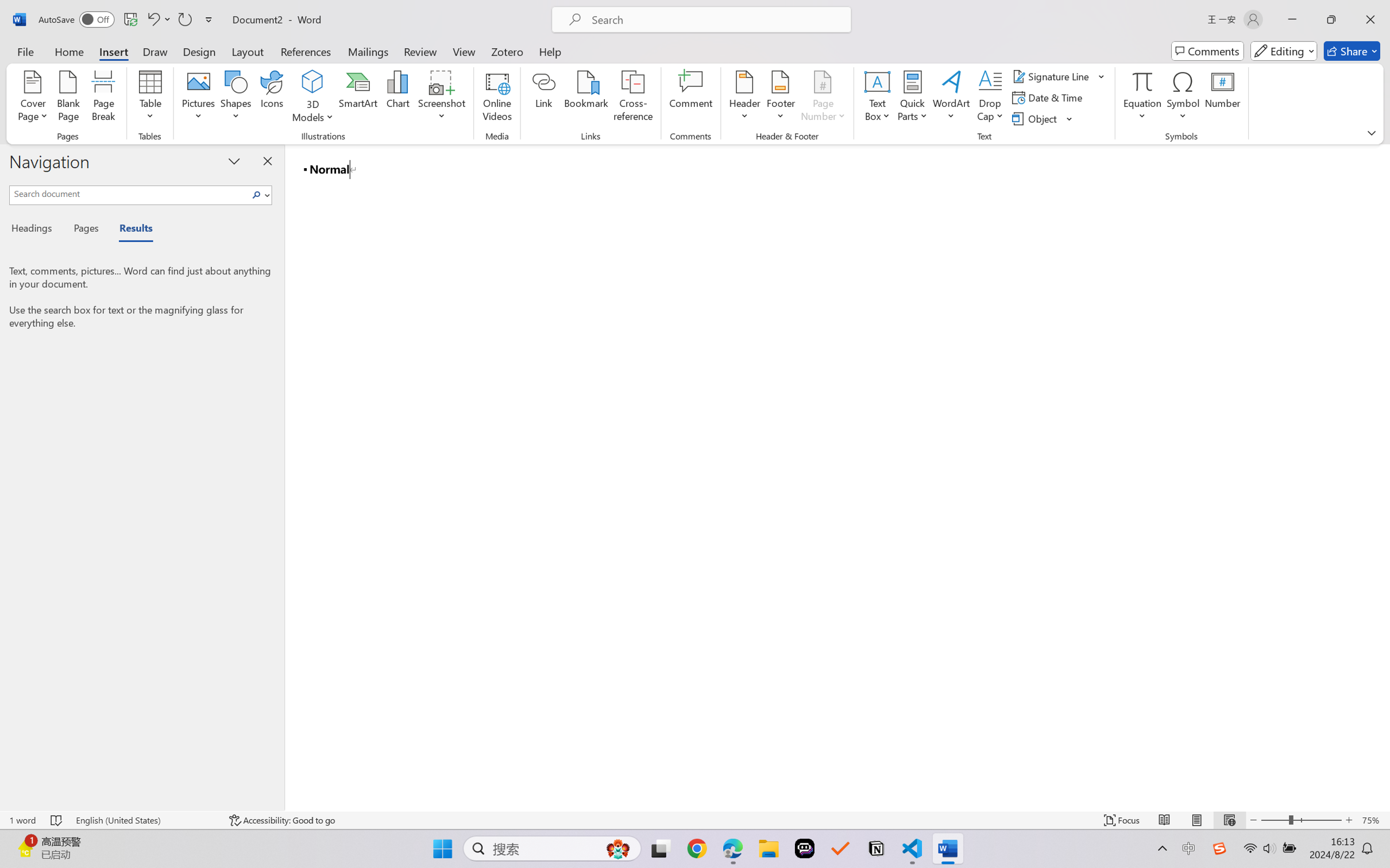  What do you see at coordinates (877, 98) in the screenshot?
I see `'Text Box'` at bounding box center [877, 98].